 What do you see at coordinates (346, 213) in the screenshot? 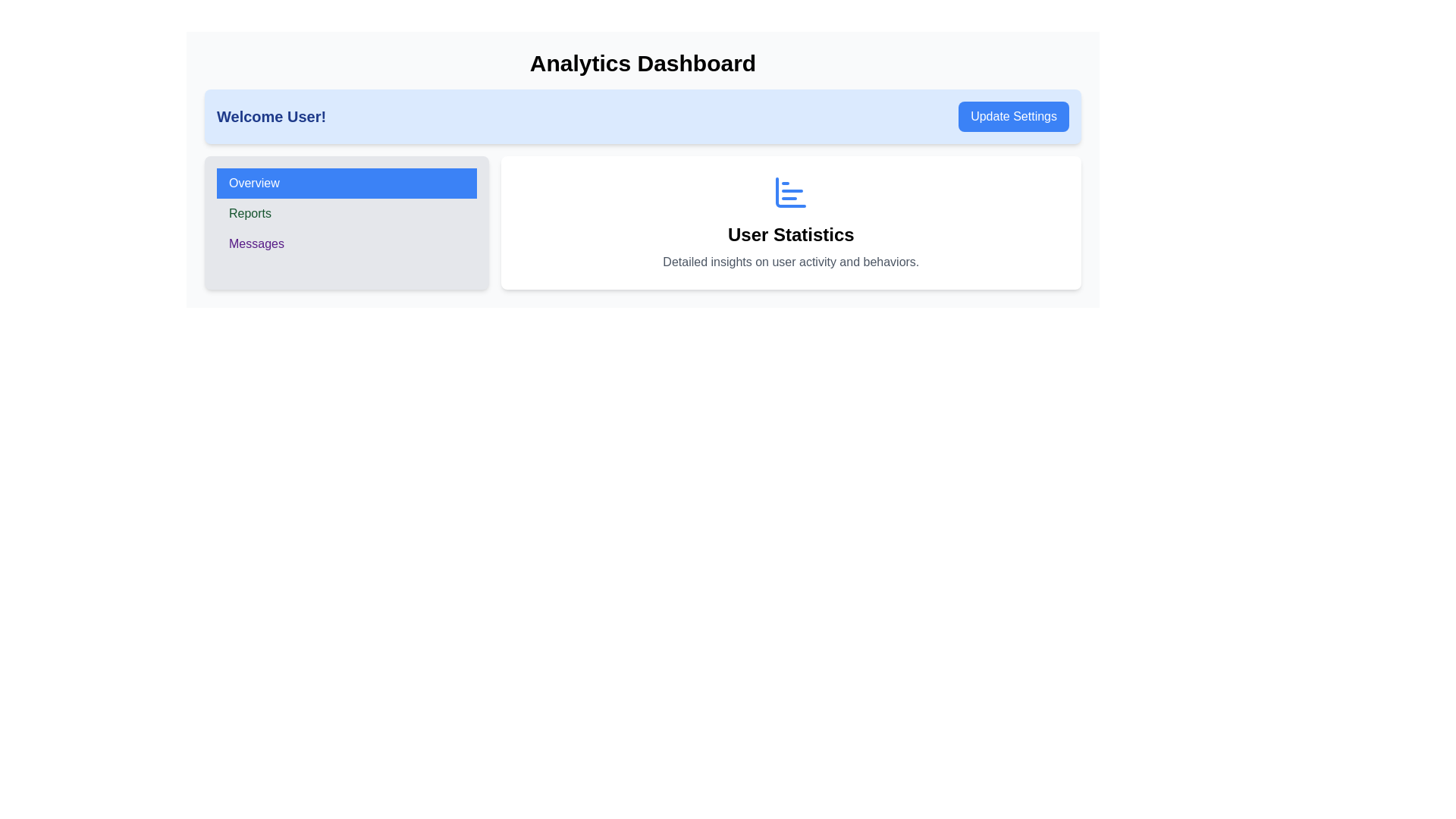
I see `the second item in the vertical menu list, which is related to 'Reports'` at bounding box center [346, 213].